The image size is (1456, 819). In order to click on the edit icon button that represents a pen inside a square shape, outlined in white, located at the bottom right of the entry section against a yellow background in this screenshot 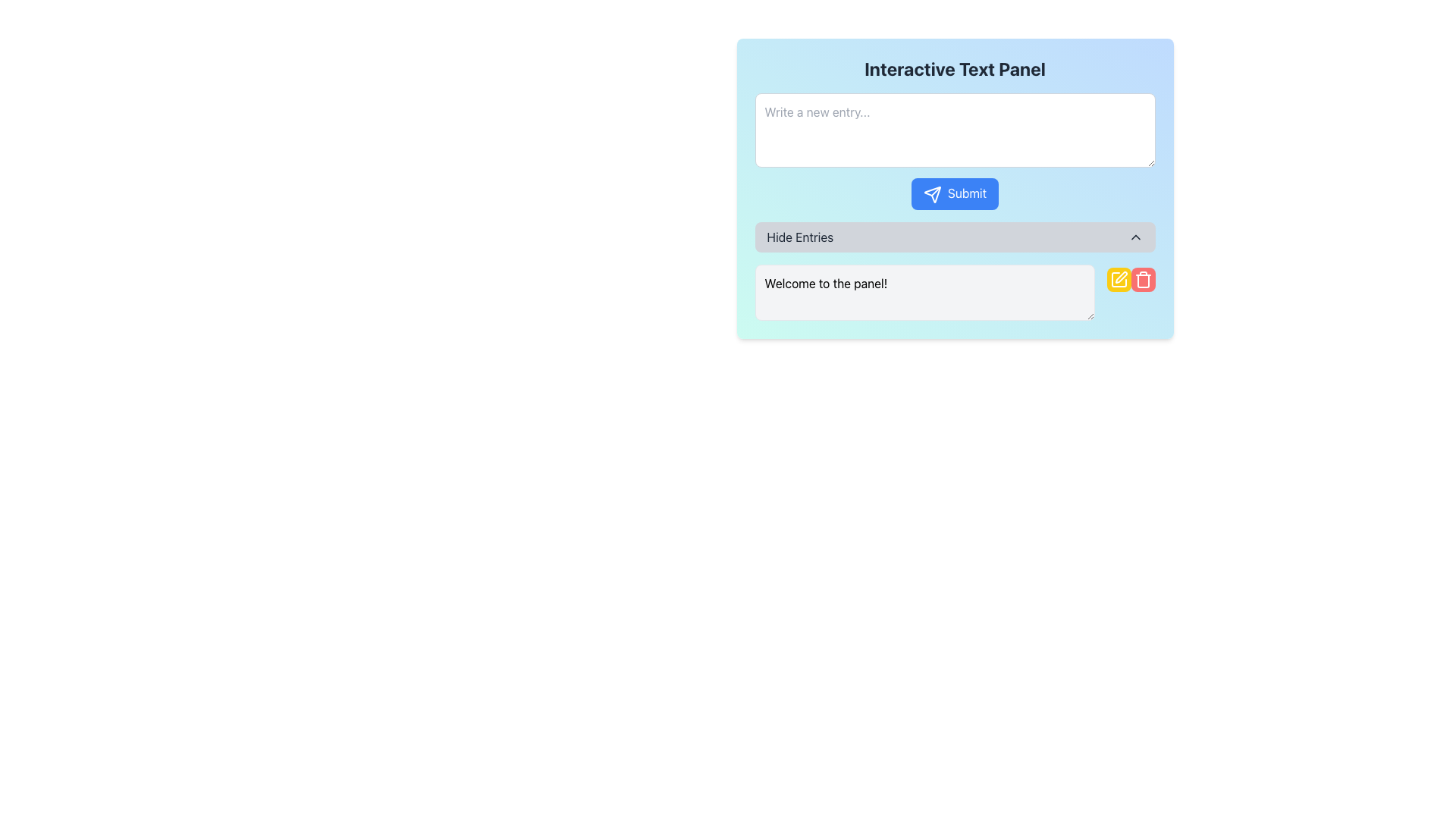, I will do `click(1119, 279)`.